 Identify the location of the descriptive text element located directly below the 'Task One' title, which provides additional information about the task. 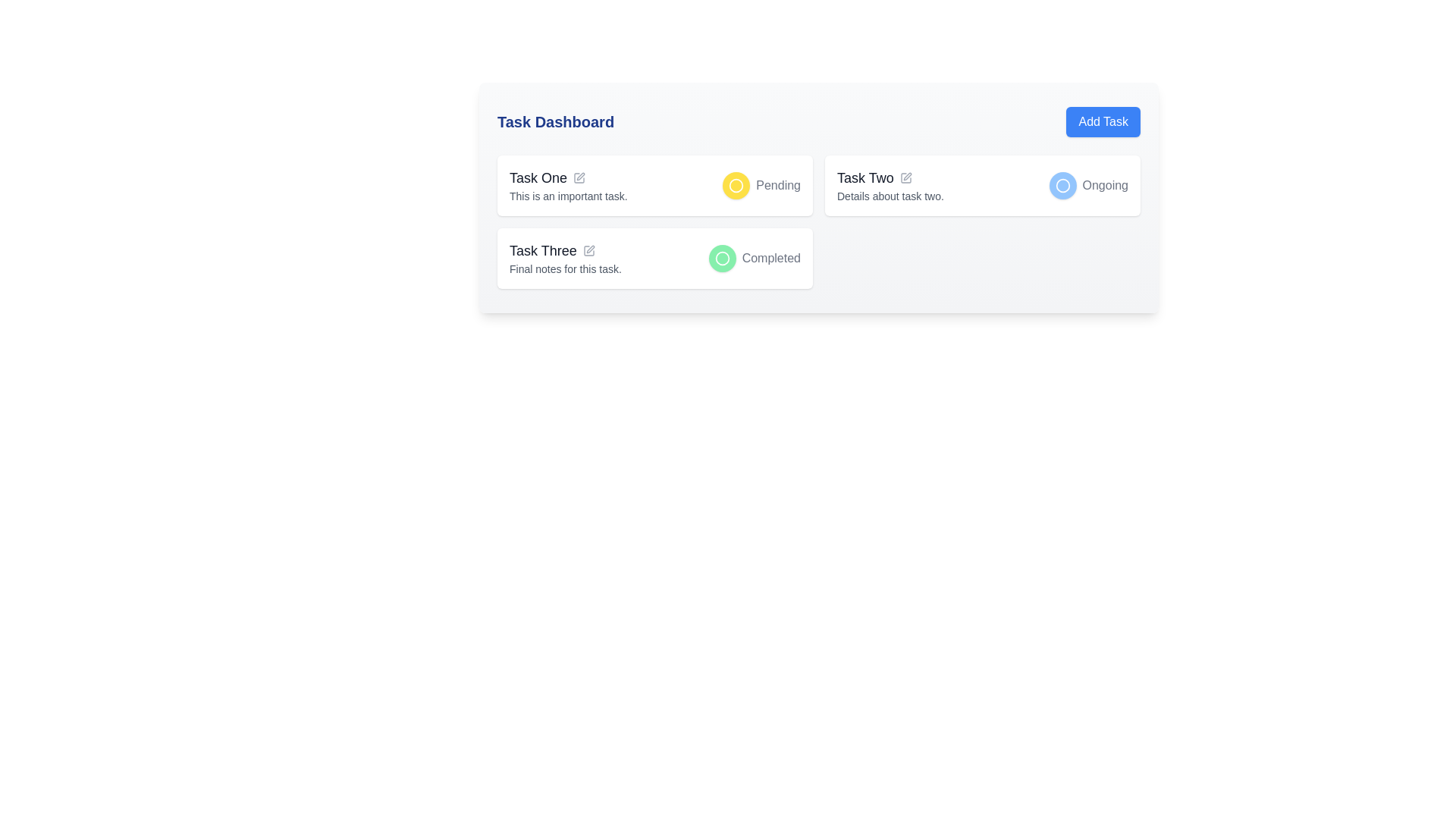
(567, 195).